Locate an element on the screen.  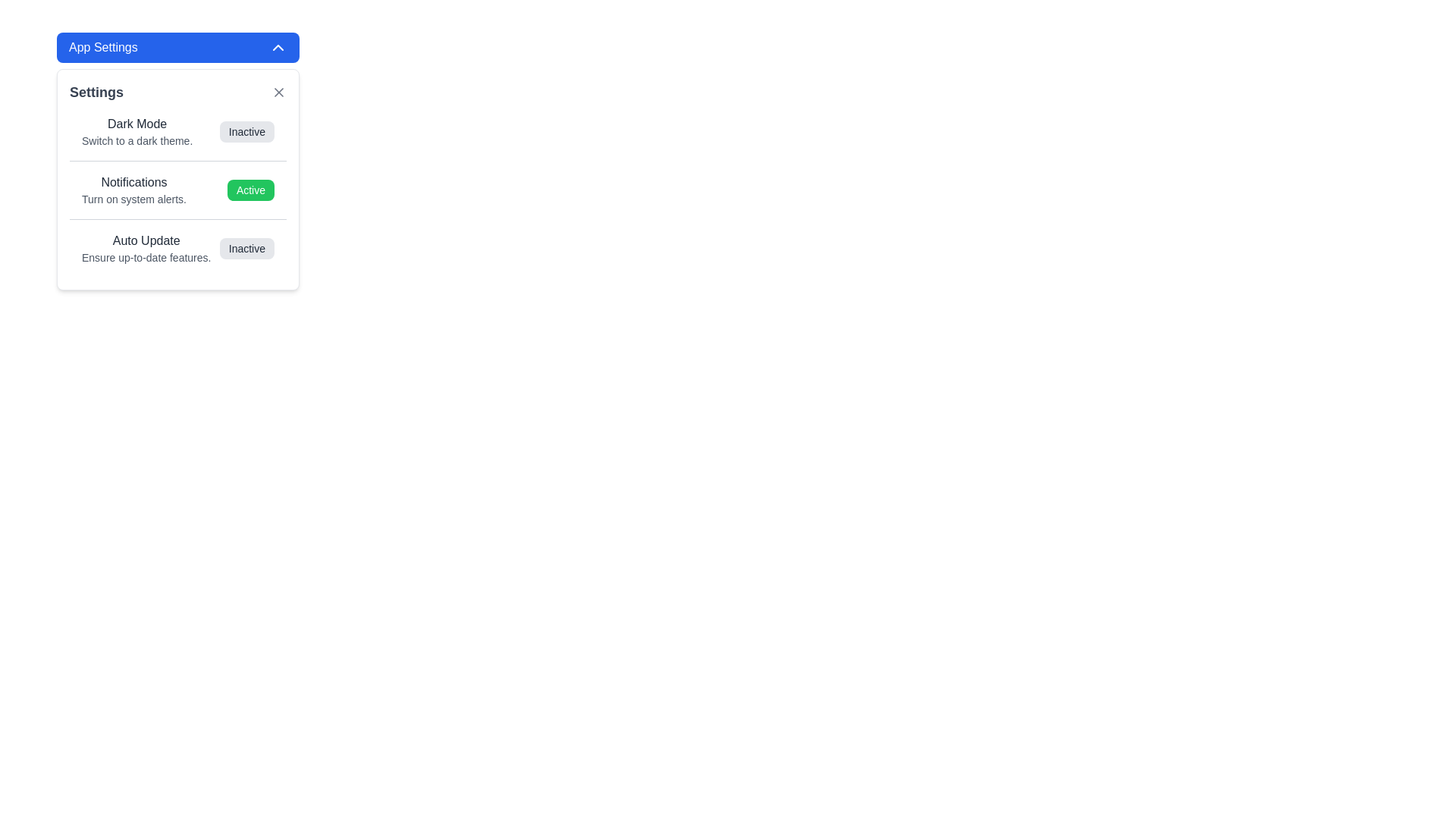
the 'Settings' vertical list component is located at coordinates (178, 189).